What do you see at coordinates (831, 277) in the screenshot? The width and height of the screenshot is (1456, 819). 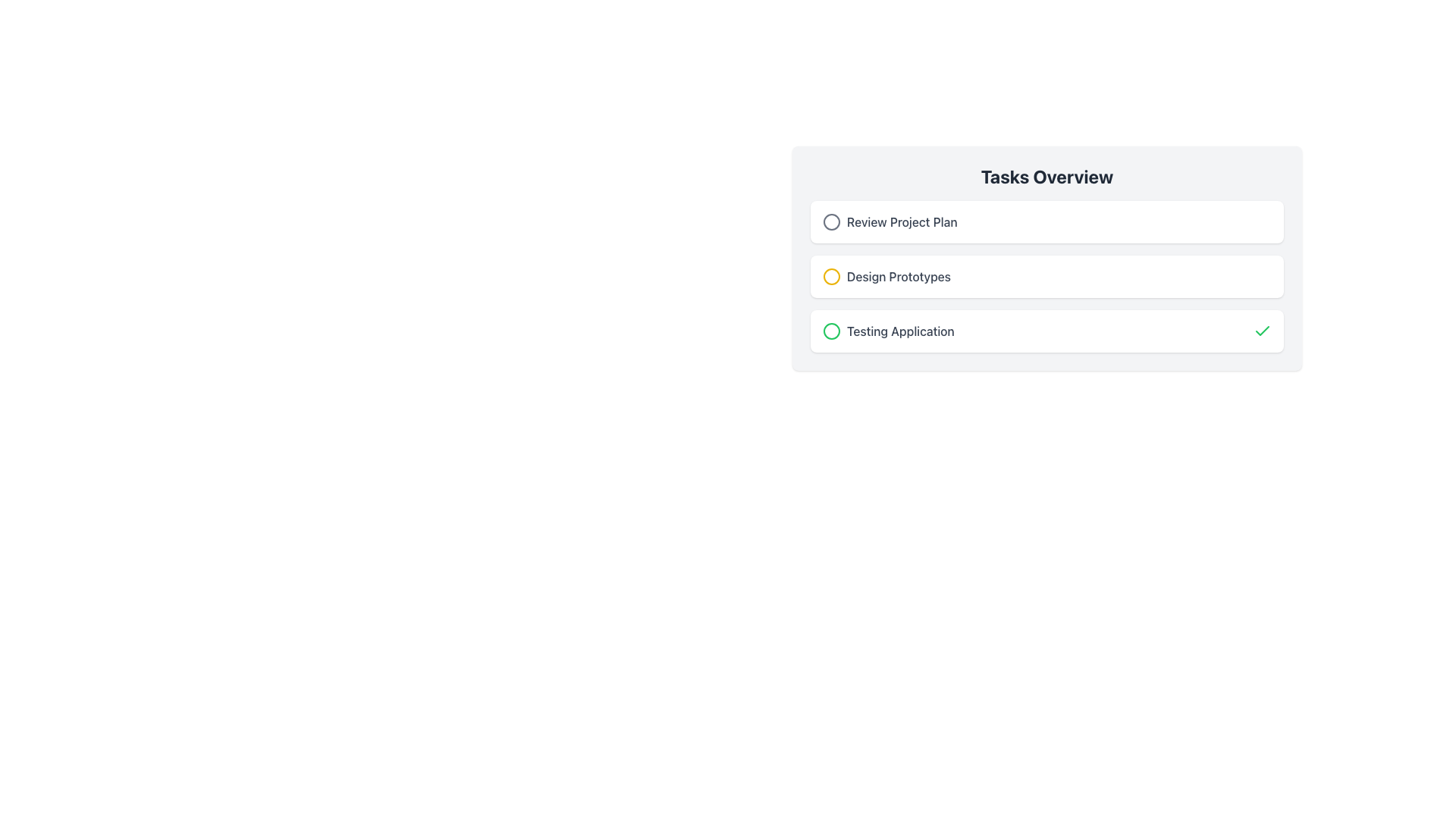 I see `the inner circular marker of the yellow circular icon beside the task 'Design Prototypes' in the 'Tasks Overview' list` at bounding box center [831, 277].